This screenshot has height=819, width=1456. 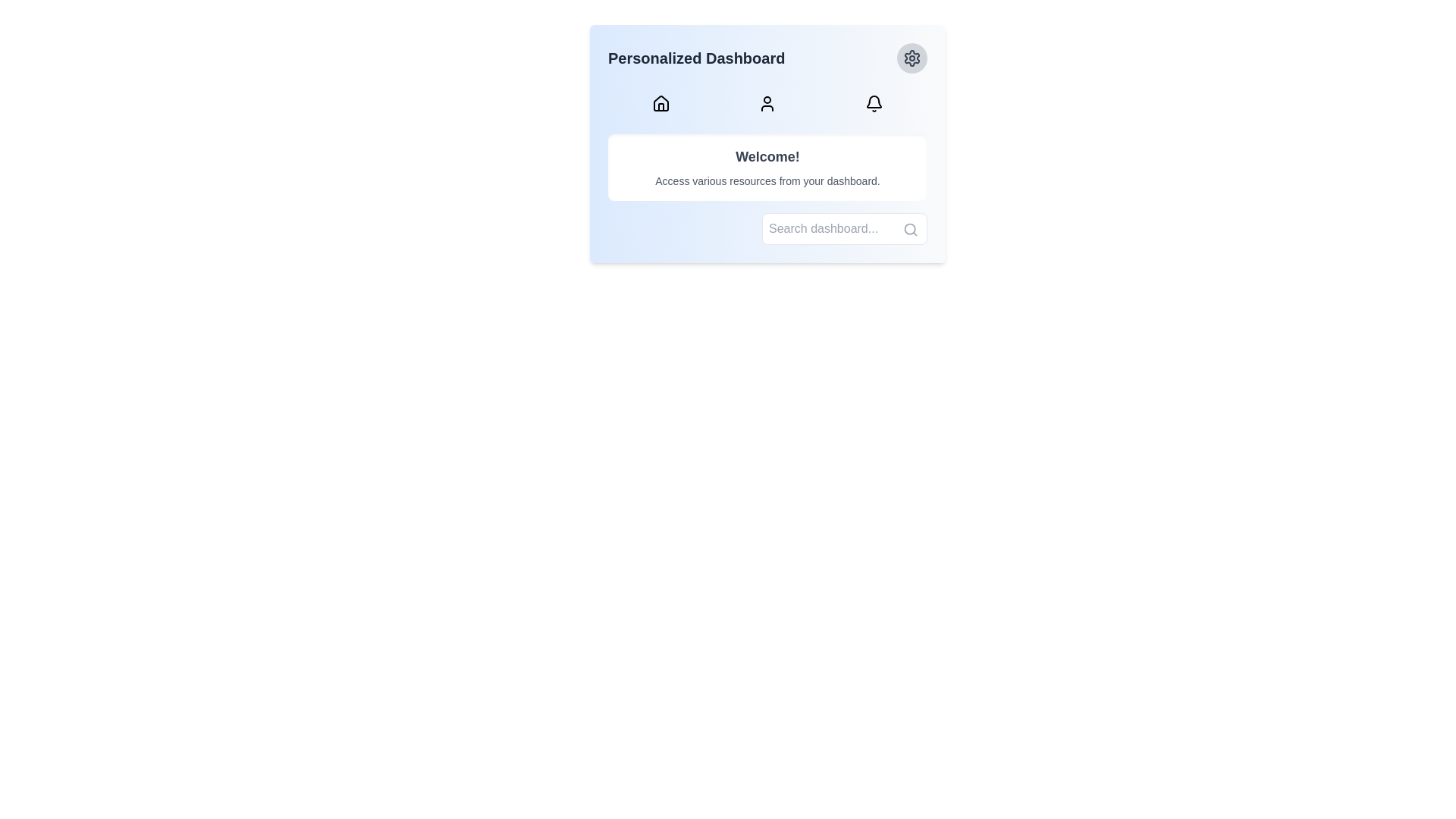 I want to click on the notifications icon button located at the top-right corner of the dashboard interface, so click(x=874, y=103).